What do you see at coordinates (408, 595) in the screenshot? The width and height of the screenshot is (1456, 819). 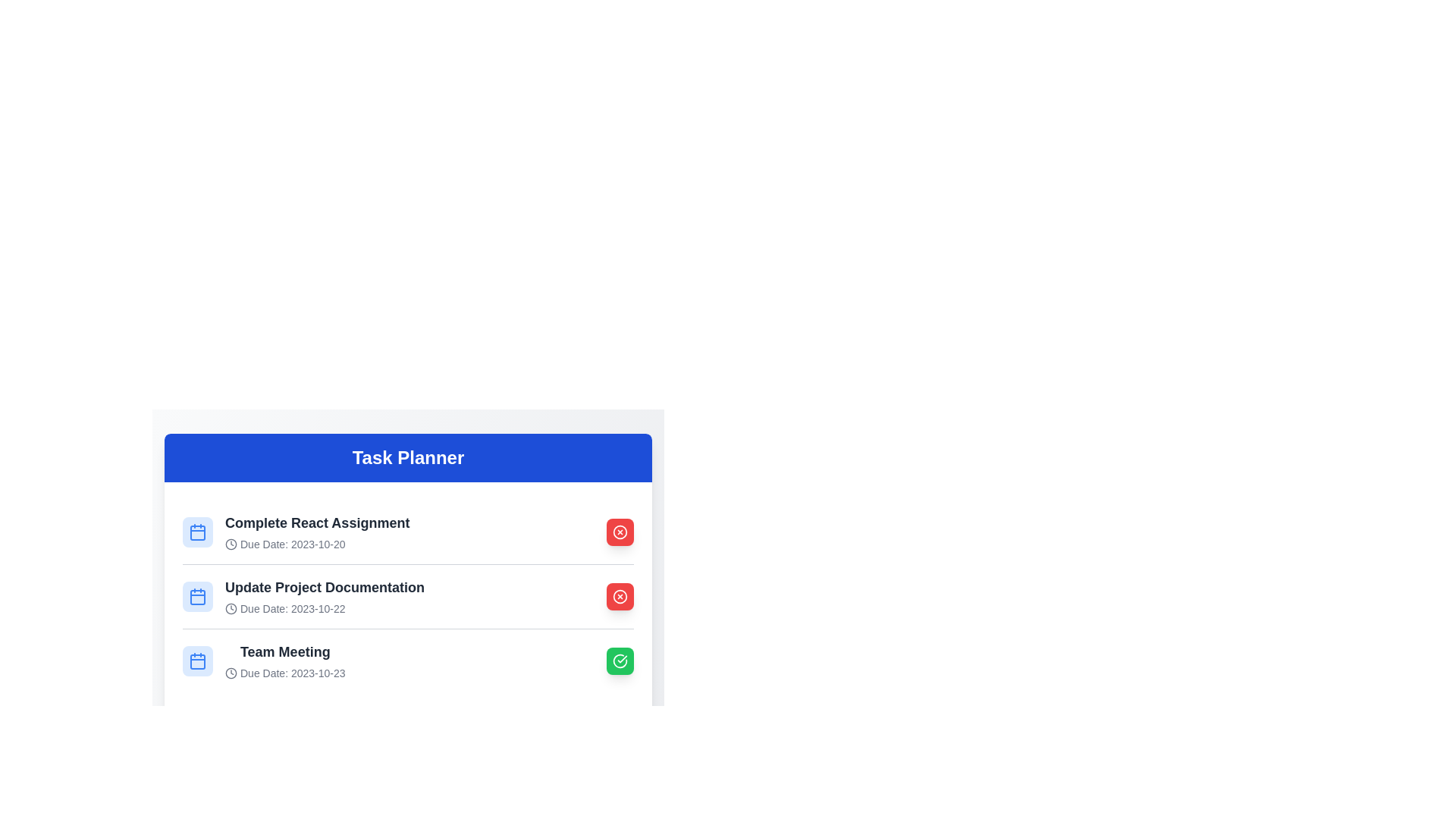 I see `keyboard navigation` at bounding box center [408, 595].